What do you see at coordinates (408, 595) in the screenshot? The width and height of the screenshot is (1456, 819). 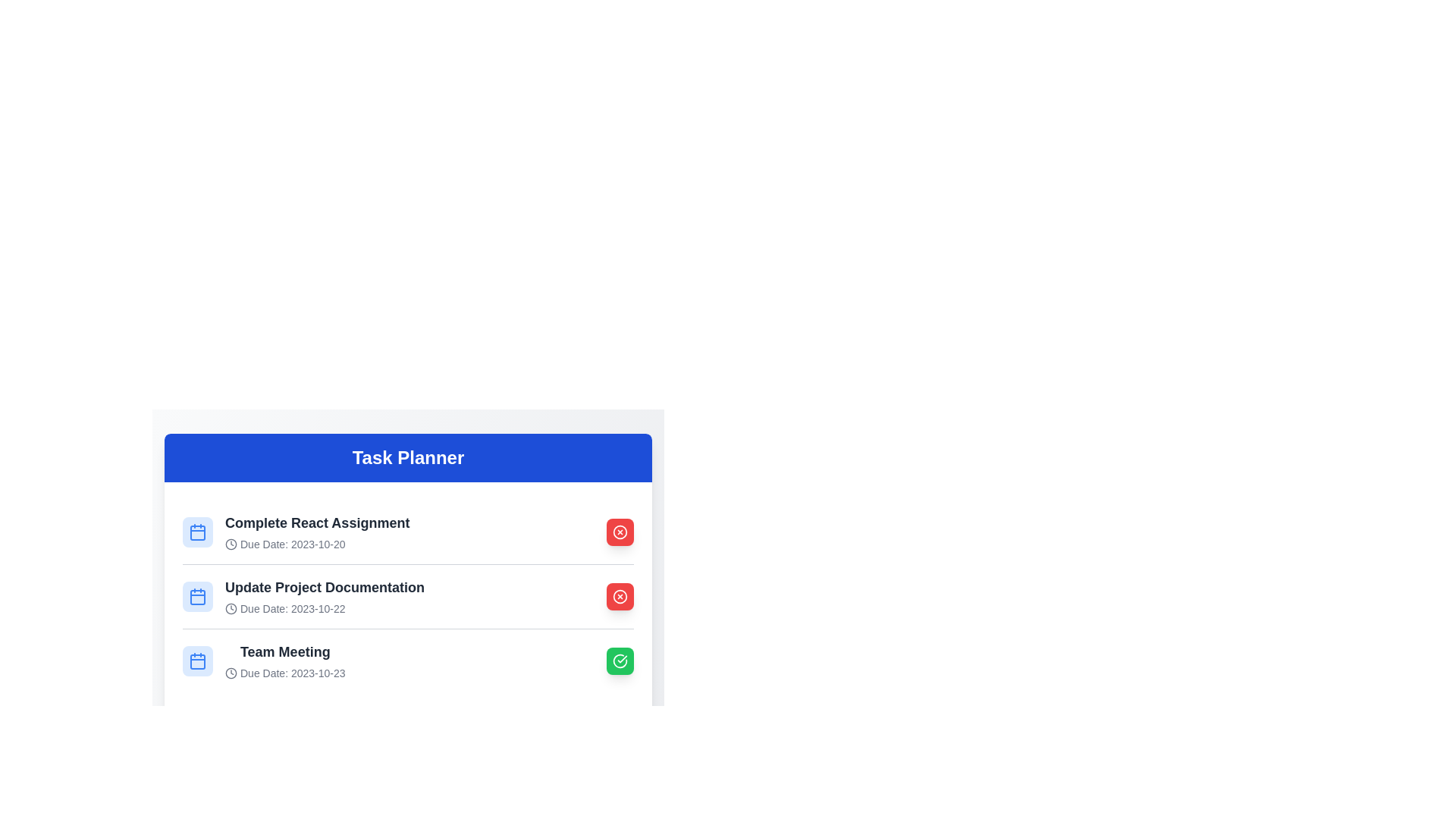 I see `keyboard navigation` at bounding box center [408, 595].